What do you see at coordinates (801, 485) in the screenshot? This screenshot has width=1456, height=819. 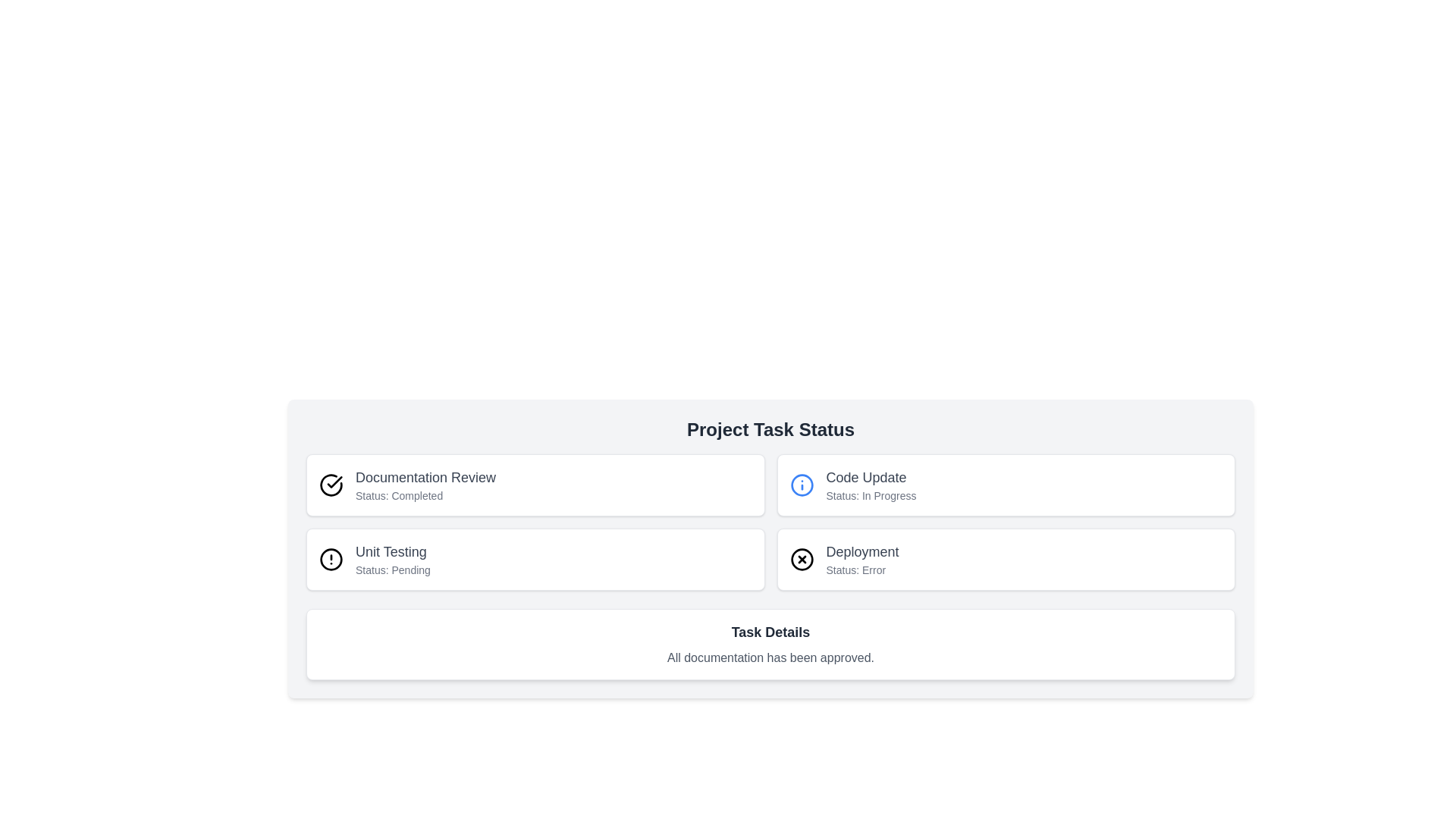 I see `the icon representing additional information about the 'Code Update' status, located` at bounding box center [801, 485].